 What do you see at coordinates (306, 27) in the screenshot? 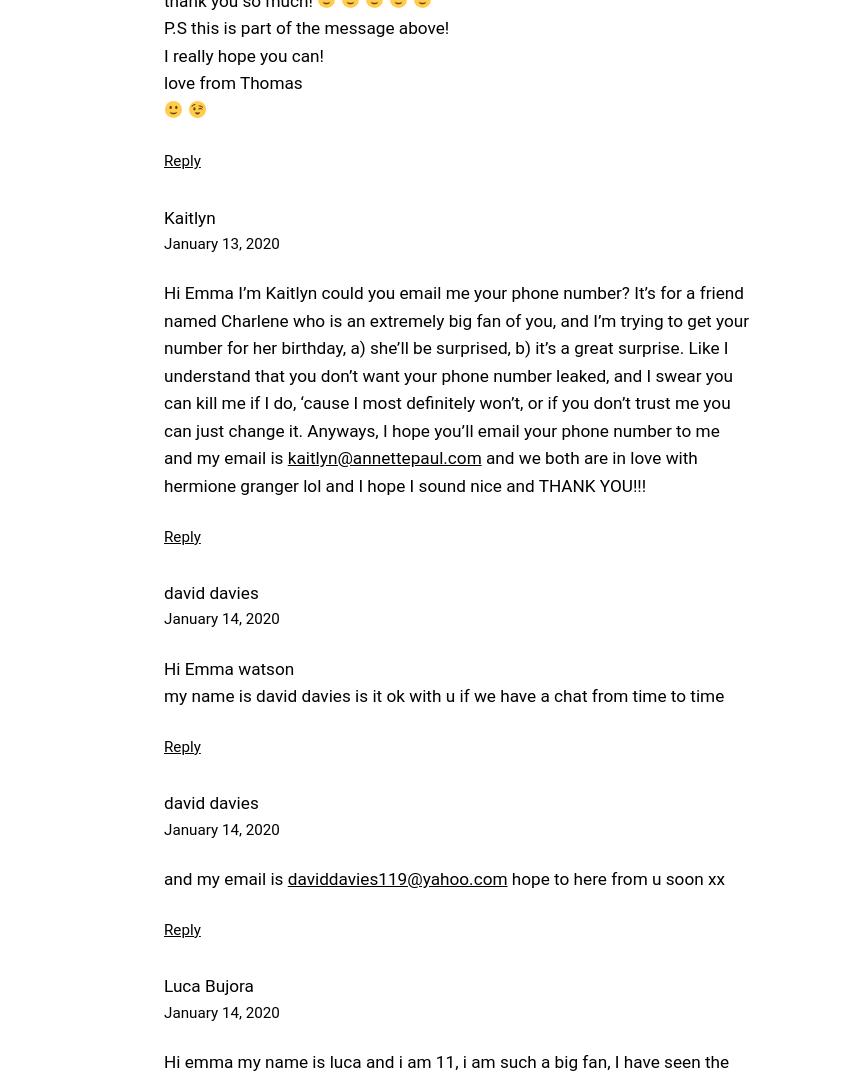
I see `'P.S this is part of the message above!'` at bounding box center [306, 27].